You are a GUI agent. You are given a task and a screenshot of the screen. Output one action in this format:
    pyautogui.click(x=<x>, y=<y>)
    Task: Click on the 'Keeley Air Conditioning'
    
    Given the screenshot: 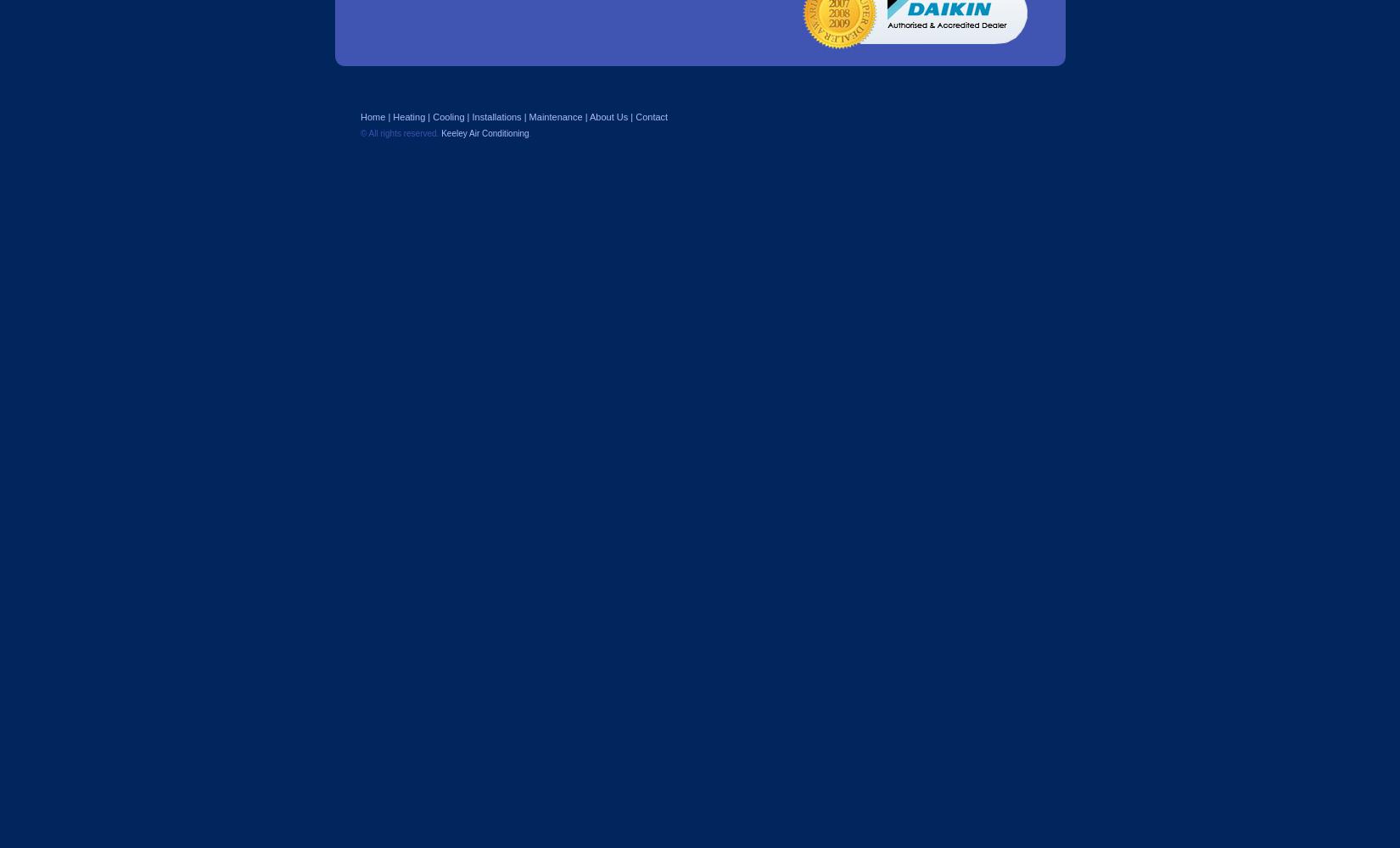 What is the action you would take?
    pyautogui.click(x=484, y=133)
    